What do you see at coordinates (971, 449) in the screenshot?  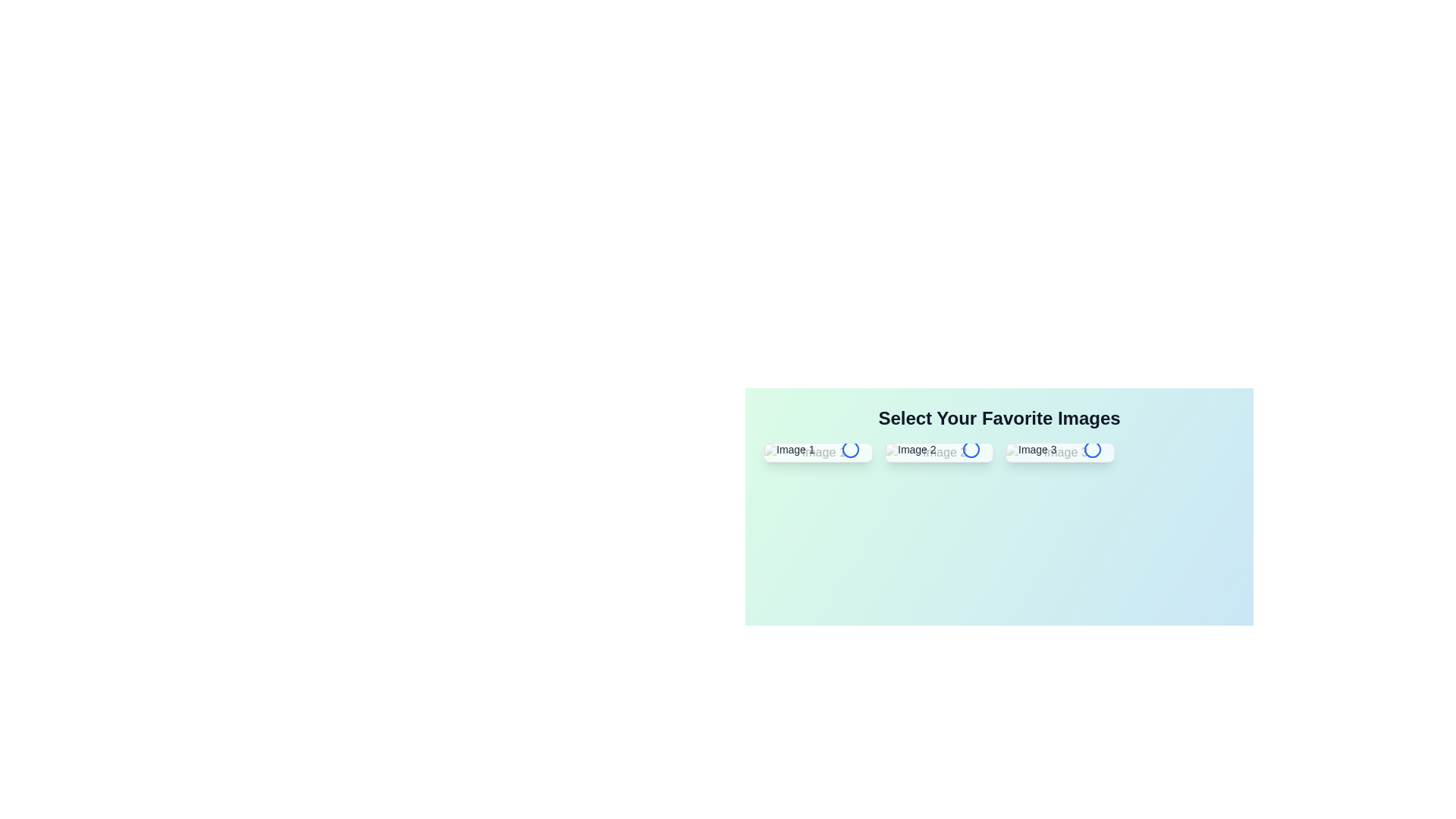 I see `selection icon button for the image tile labeled Image 2` at bounding box center [971, 449].